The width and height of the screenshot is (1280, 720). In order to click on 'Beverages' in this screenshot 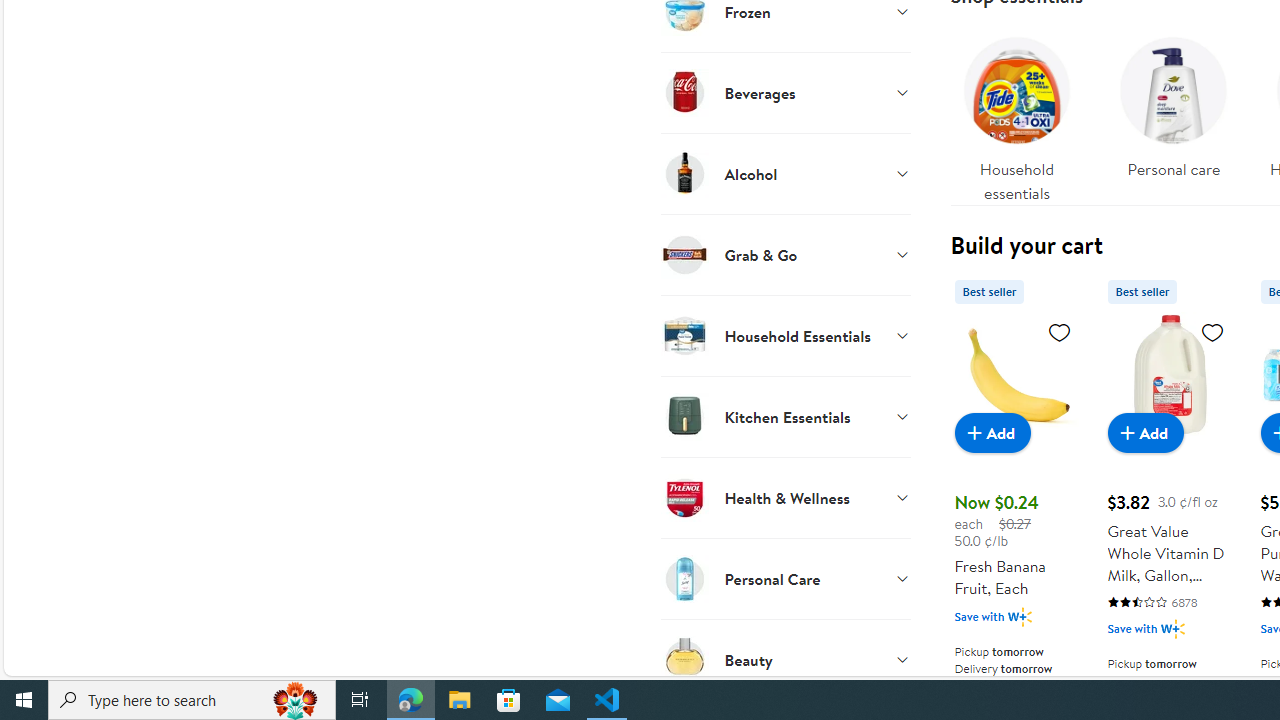, I will do `click(784, 92)`.